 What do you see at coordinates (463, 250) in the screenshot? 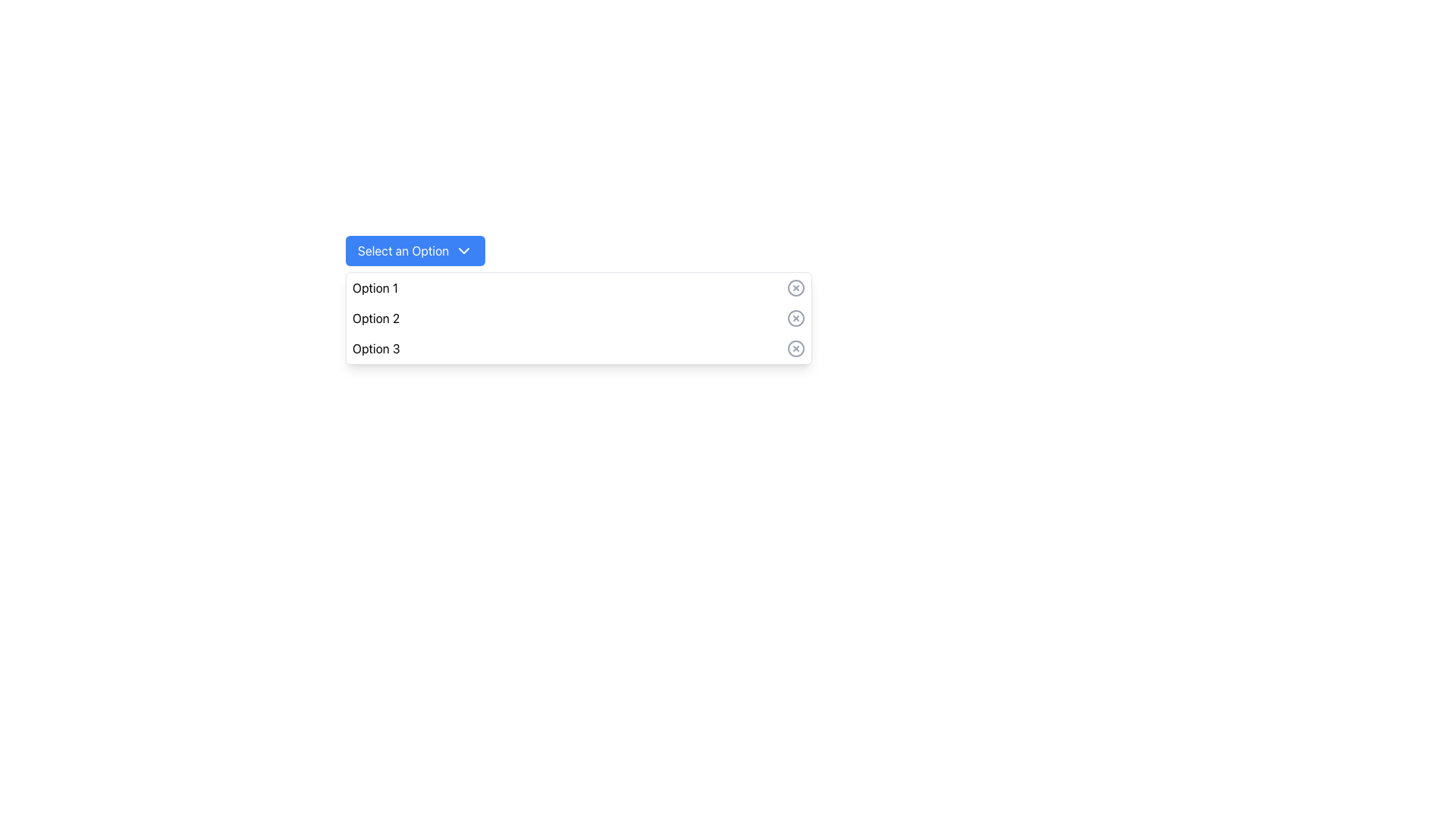
I see `the dropdown indicator icon located at the right end of the 'Select an Option' button` at bounding box center [463, 250].